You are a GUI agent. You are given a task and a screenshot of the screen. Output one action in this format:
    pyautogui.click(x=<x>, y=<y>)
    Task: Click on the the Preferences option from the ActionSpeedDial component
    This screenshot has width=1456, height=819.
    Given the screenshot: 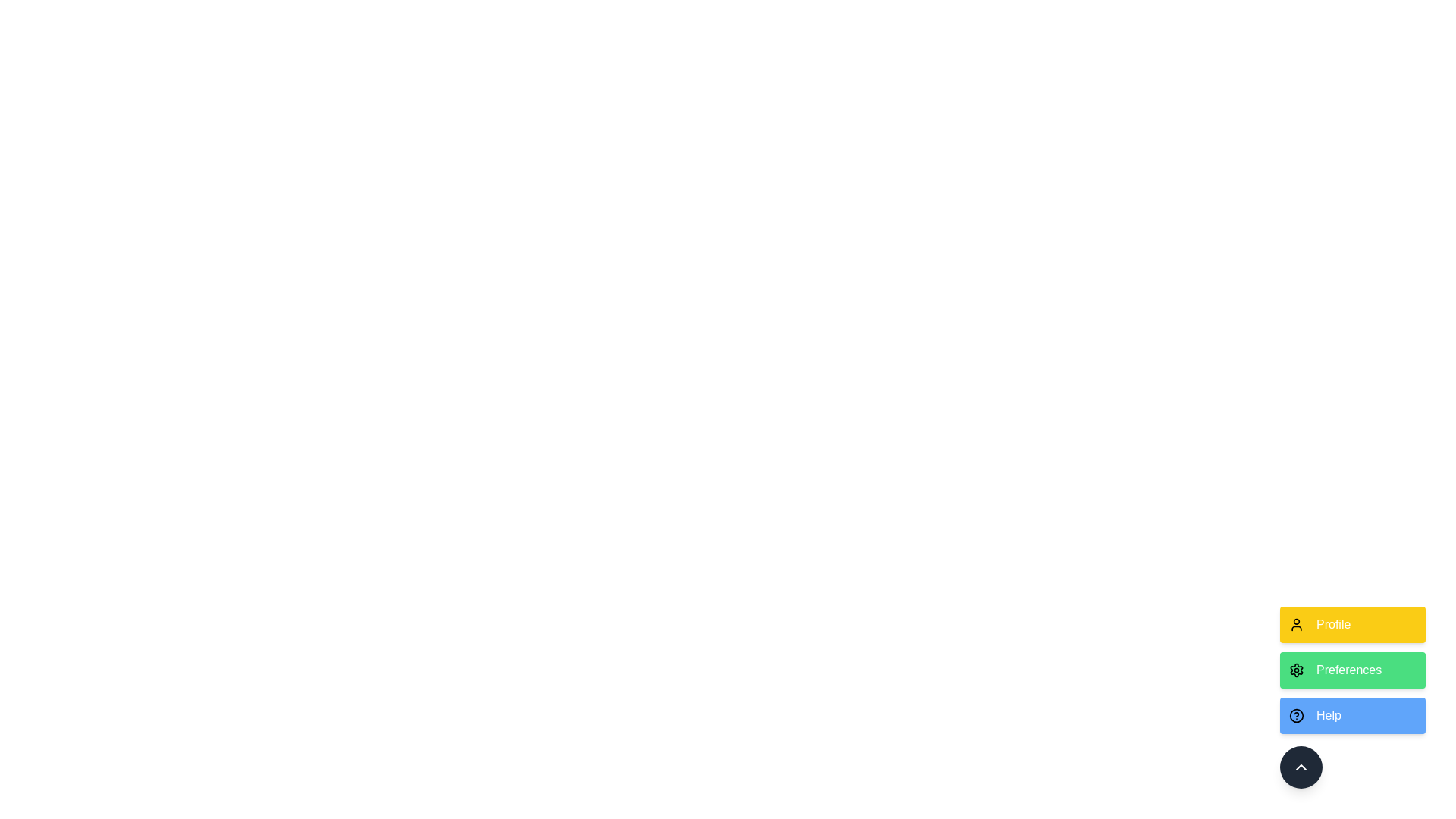 What is the action you would take?
    pyautogui.click(x=1353, y=669)
    